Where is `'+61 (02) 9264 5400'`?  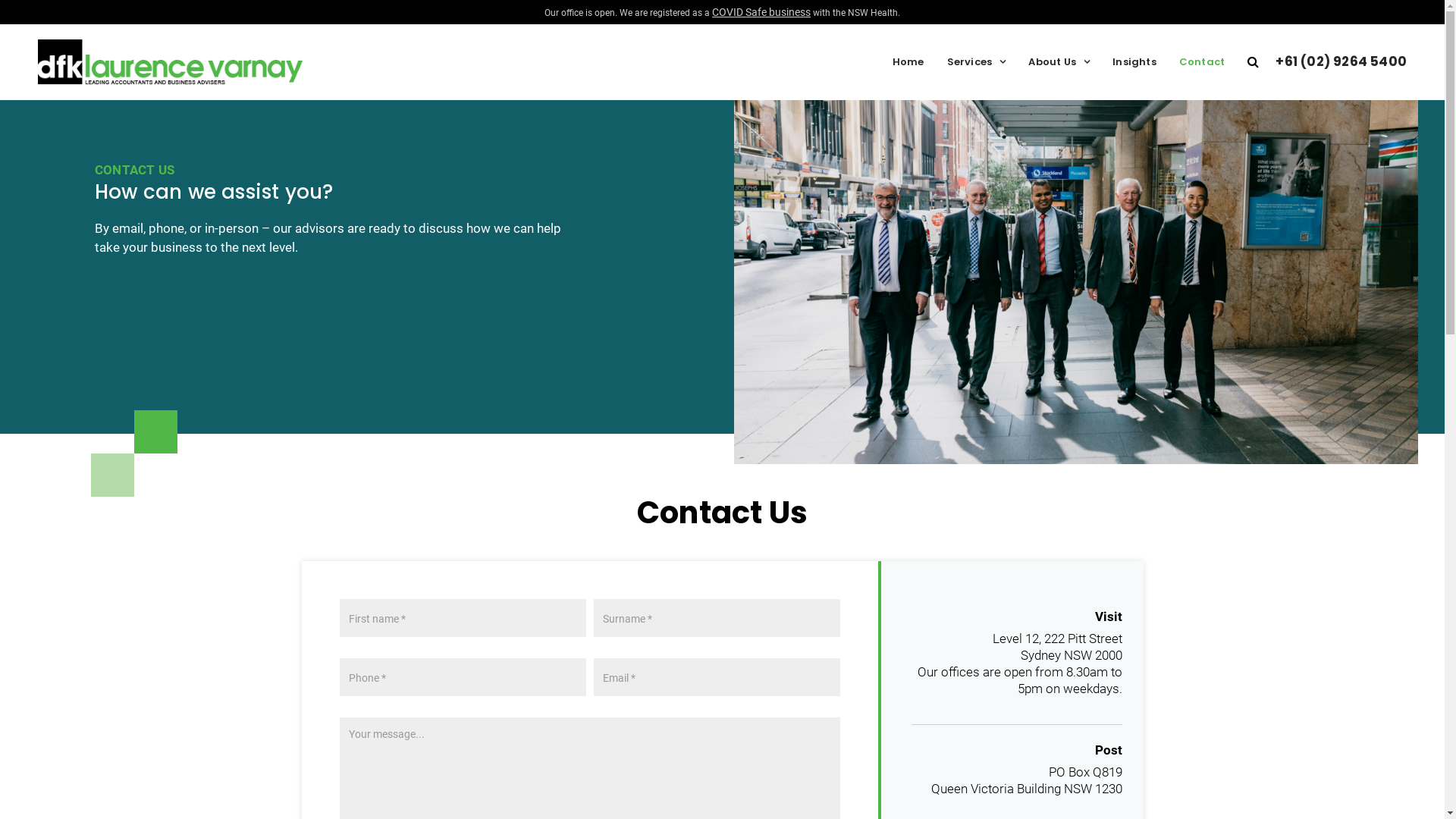
'+61 (02) 9264 5400' is located at coordinates (1341, 61).